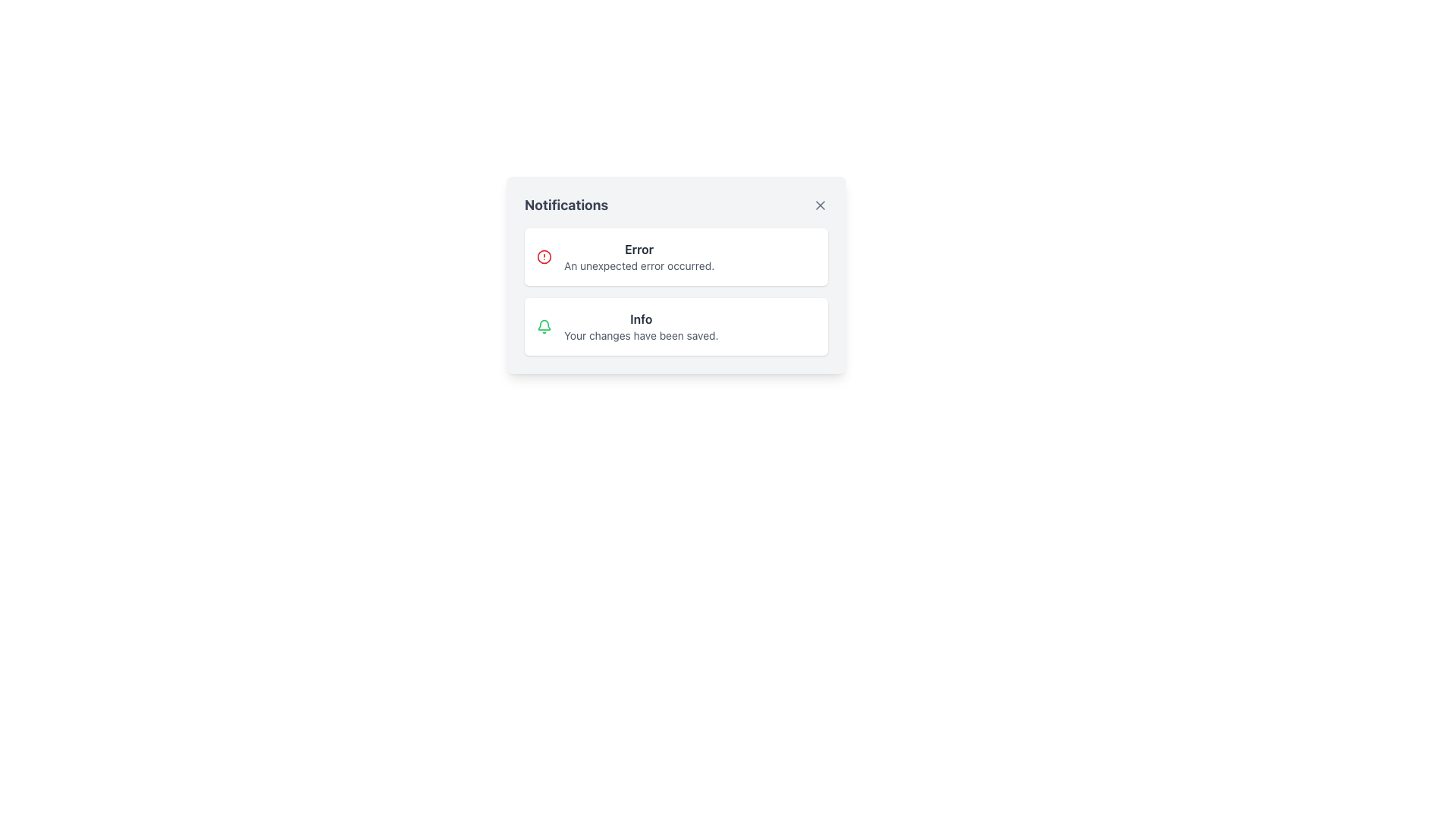 This screenshot has width=1456, height=819. I want to click on the circular error icon located at the beginning of the 'Error' notification card in the notification panel, which is to the left of the text 'Error', so click(544, 256).